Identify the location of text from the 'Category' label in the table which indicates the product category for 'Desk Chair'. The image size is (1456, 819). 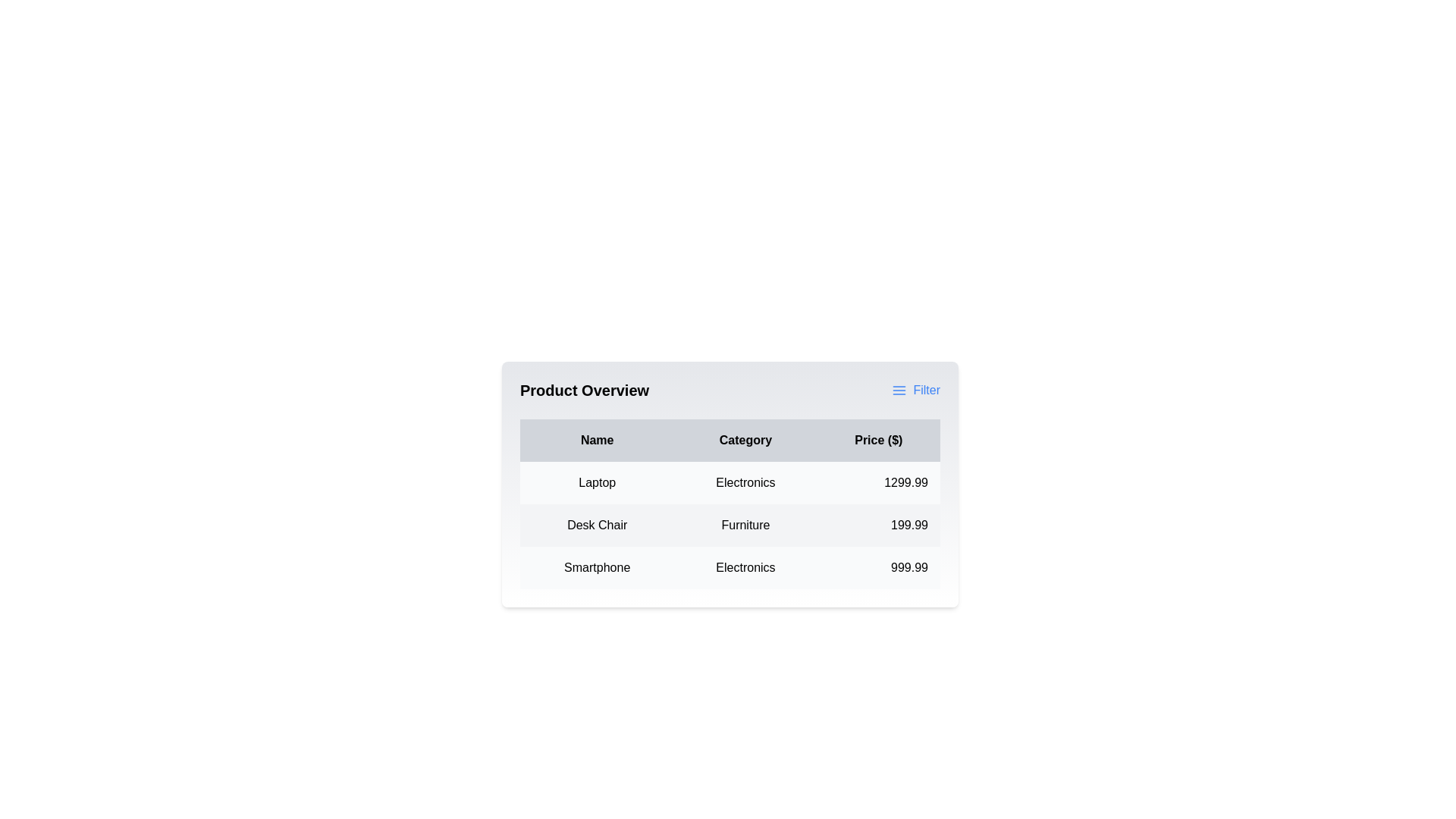
(745, 525).